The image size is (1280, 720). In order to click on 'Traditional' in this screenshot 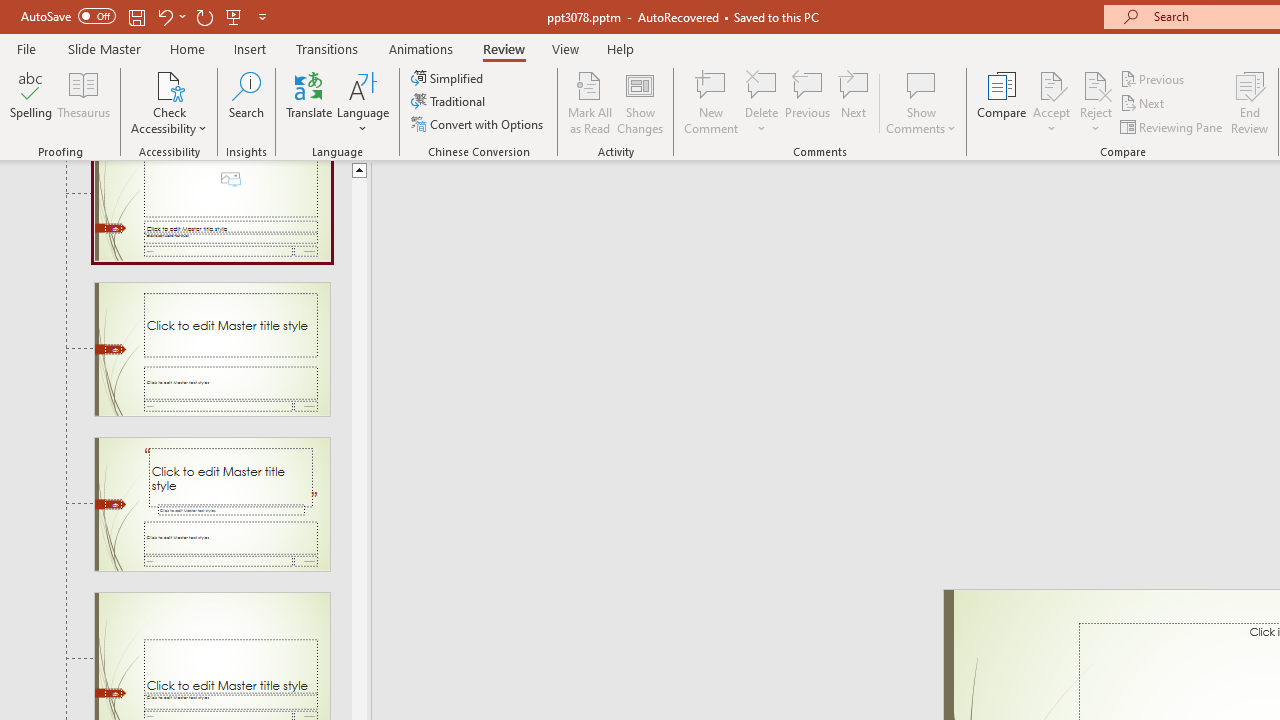, I will do `click(448, 101)`.